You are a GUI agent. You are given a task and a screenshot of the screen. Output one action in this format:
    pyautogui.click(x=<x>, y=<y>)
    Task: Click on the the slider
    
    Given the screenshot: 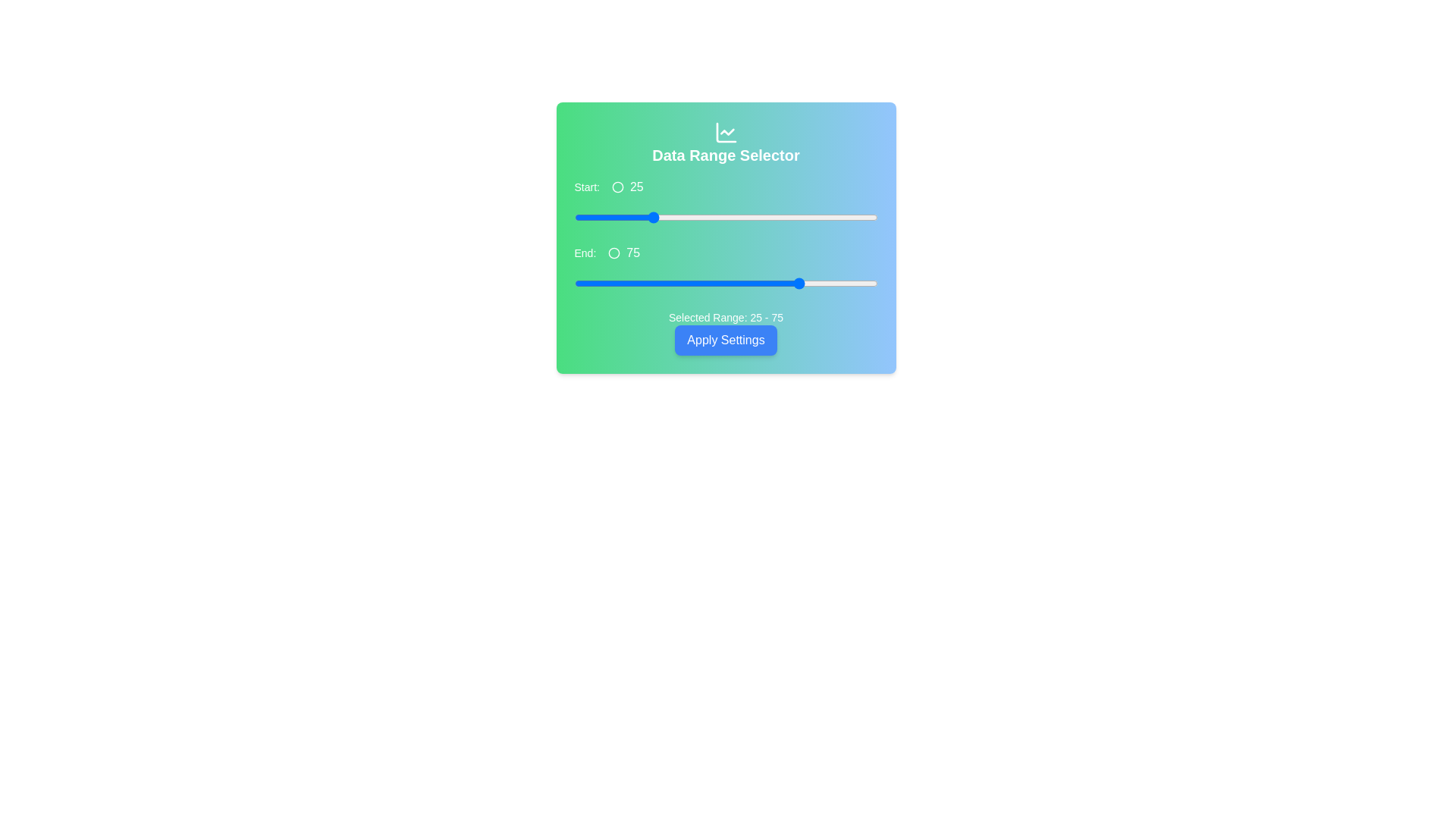 What is the action you would take?
    pyautogui.click(x=676, y=217)
    